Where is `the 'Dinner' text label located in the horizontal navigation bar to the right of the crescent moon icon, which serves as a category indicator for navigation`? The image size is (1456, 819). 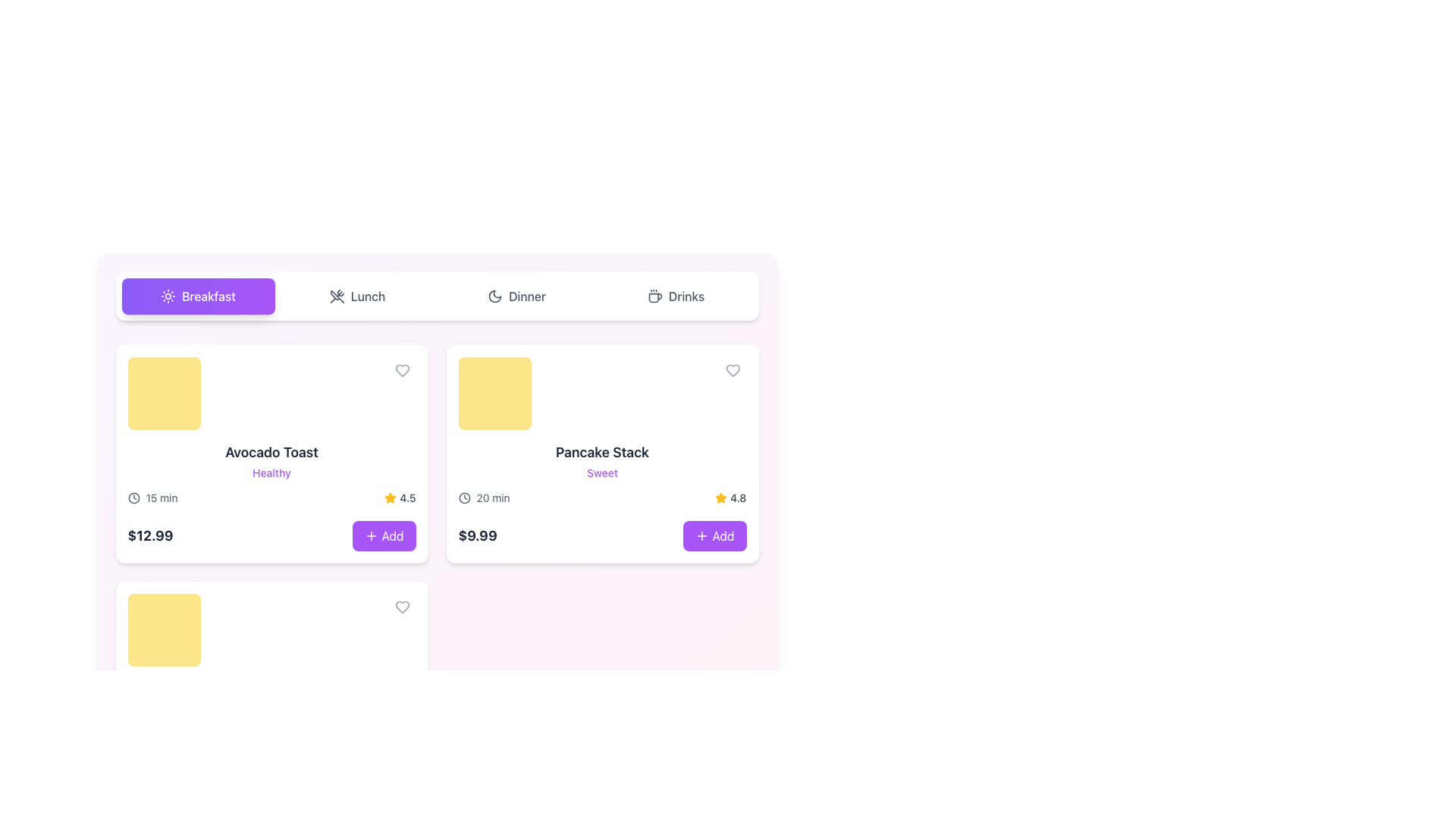 the 'Dinner' text label located in the horizontal navigation bar to the right of the crescent moon icon, which serves as a category indicator for navigation is located at coordinates (527, 296).